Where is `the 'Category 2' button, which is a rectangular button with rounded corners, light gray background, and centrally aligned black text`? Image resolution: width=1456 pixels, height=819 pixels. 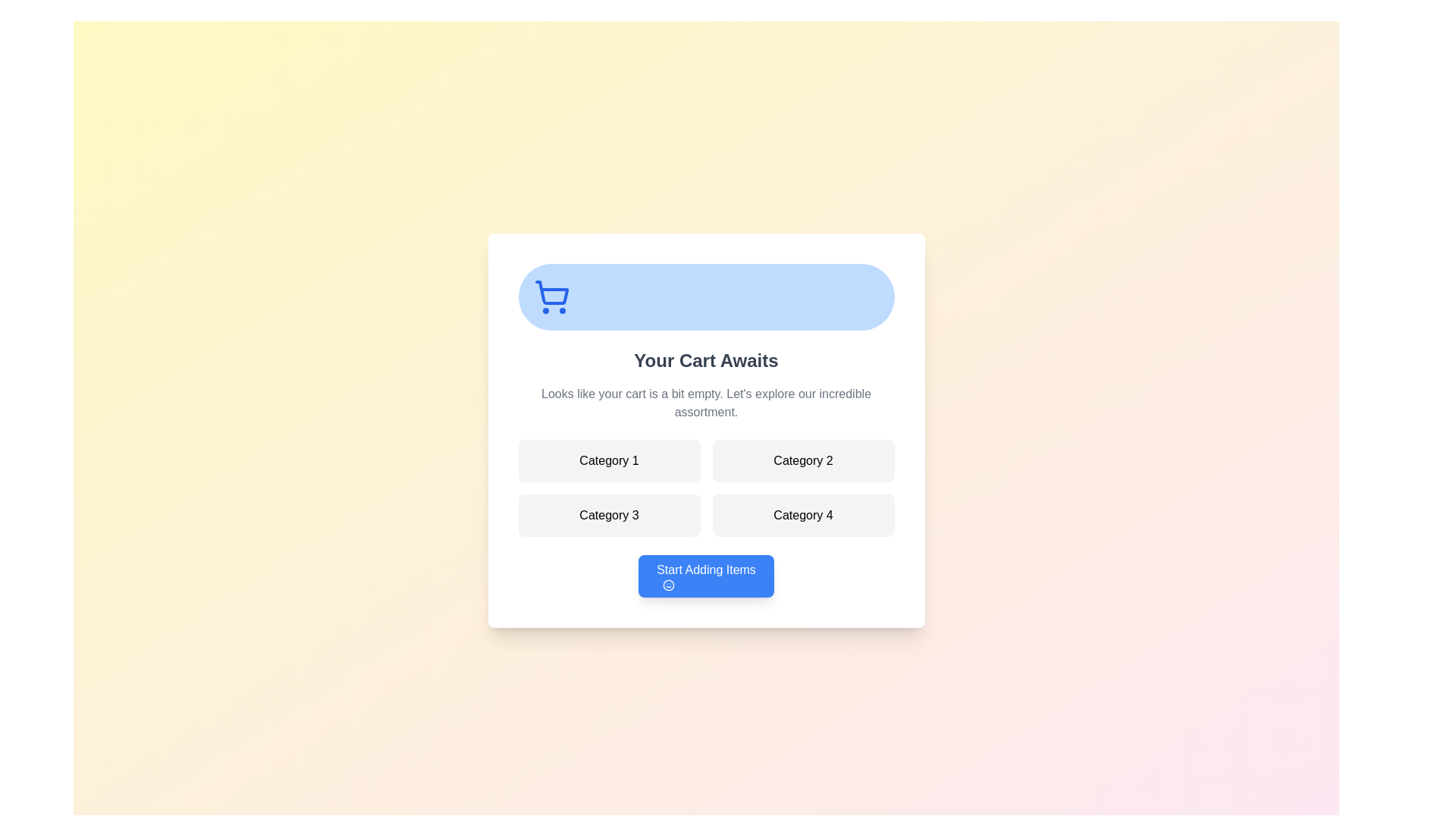 the 'Category 2' button, which is a rectangular button with rounded corners, light gray background, and centrally aligned black text is located at coordinates (802, 460).